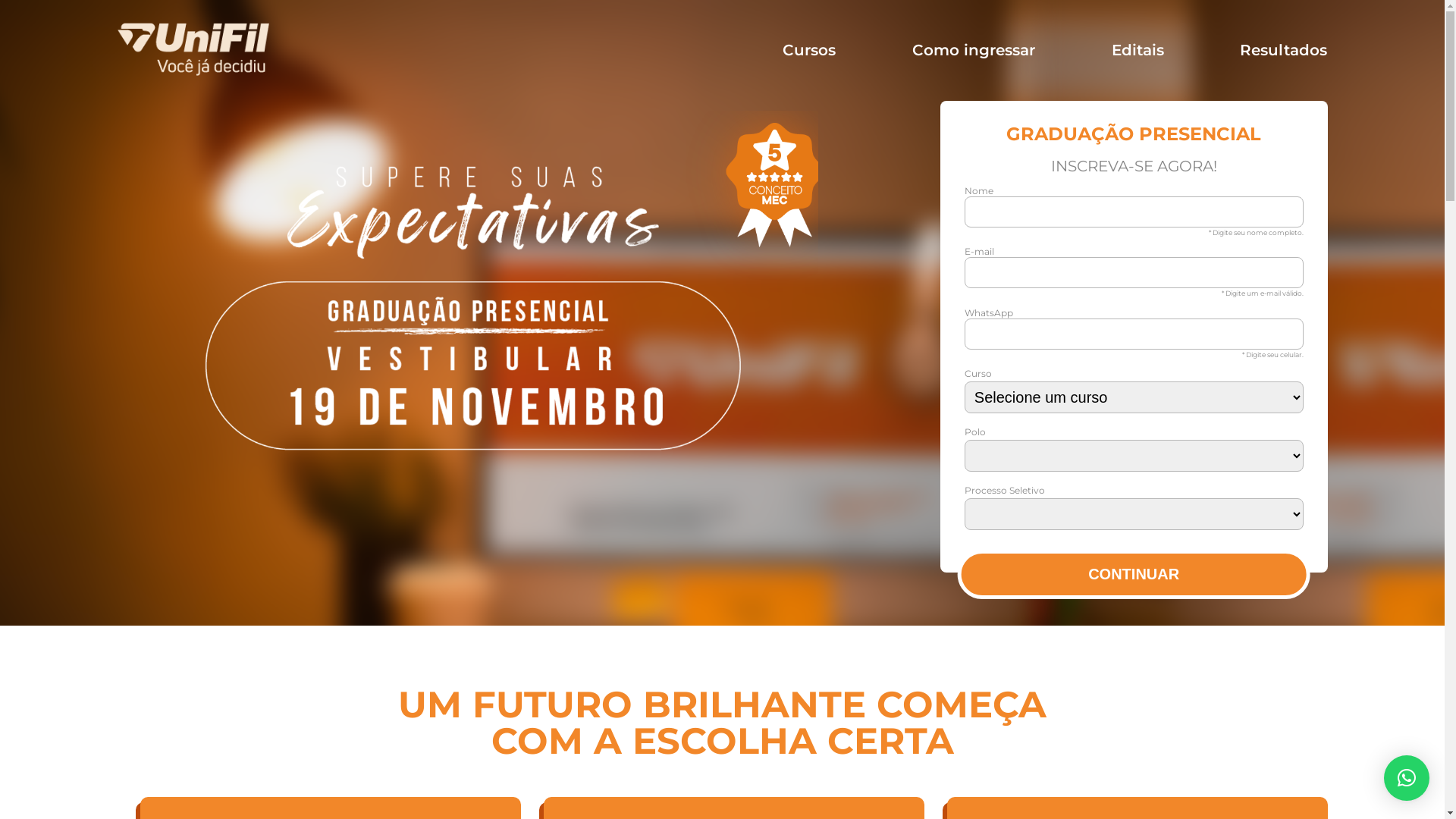  What do you see at coordinates (1137, 49) in the screenshot?
I see `'Editais'` at bounding box center [1137, 49].